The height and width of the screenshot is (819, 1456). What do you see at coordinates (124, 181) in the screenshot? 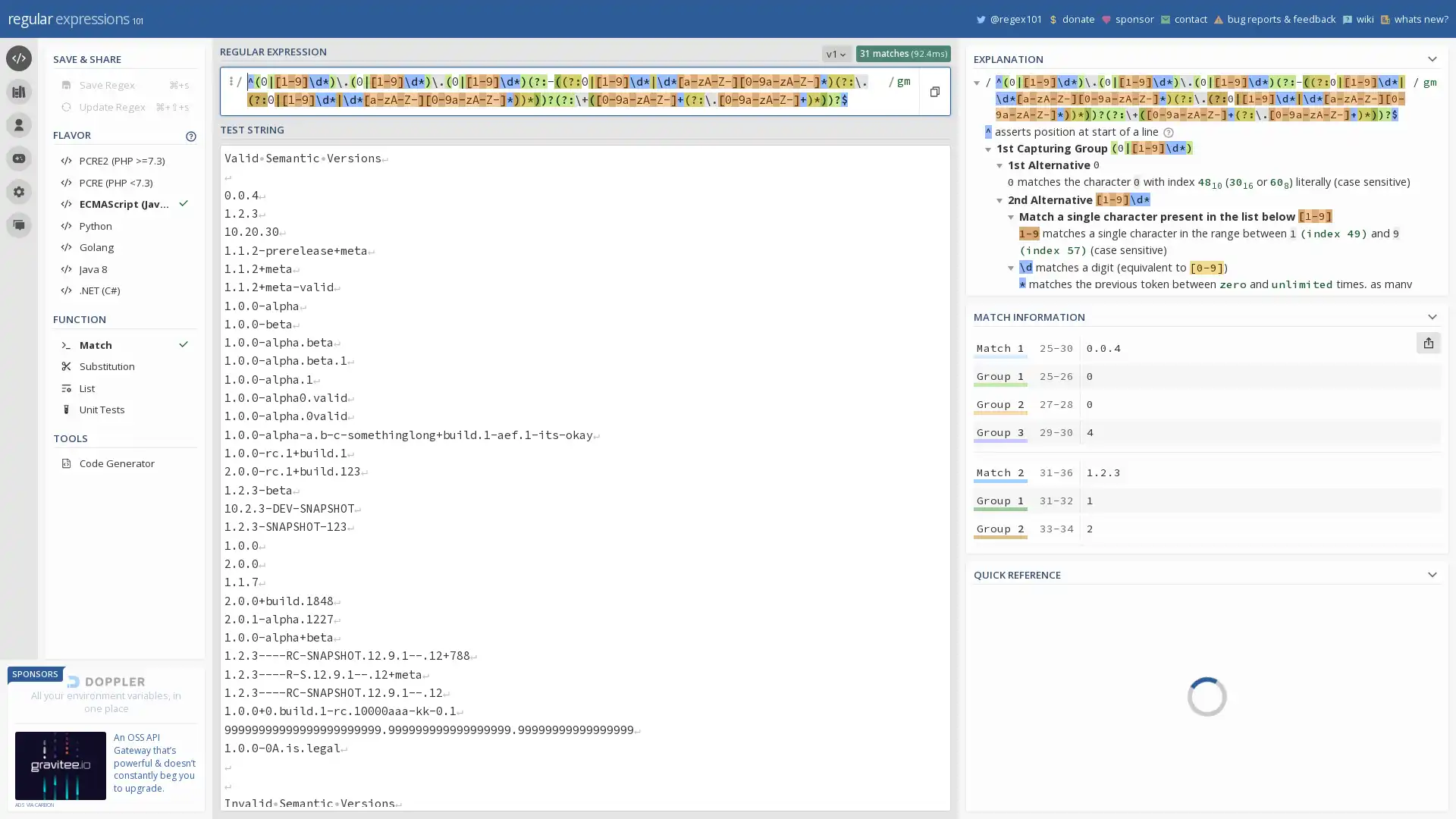
I see `PCRE (PHP <7.3)` at bounding box center [124, 181].